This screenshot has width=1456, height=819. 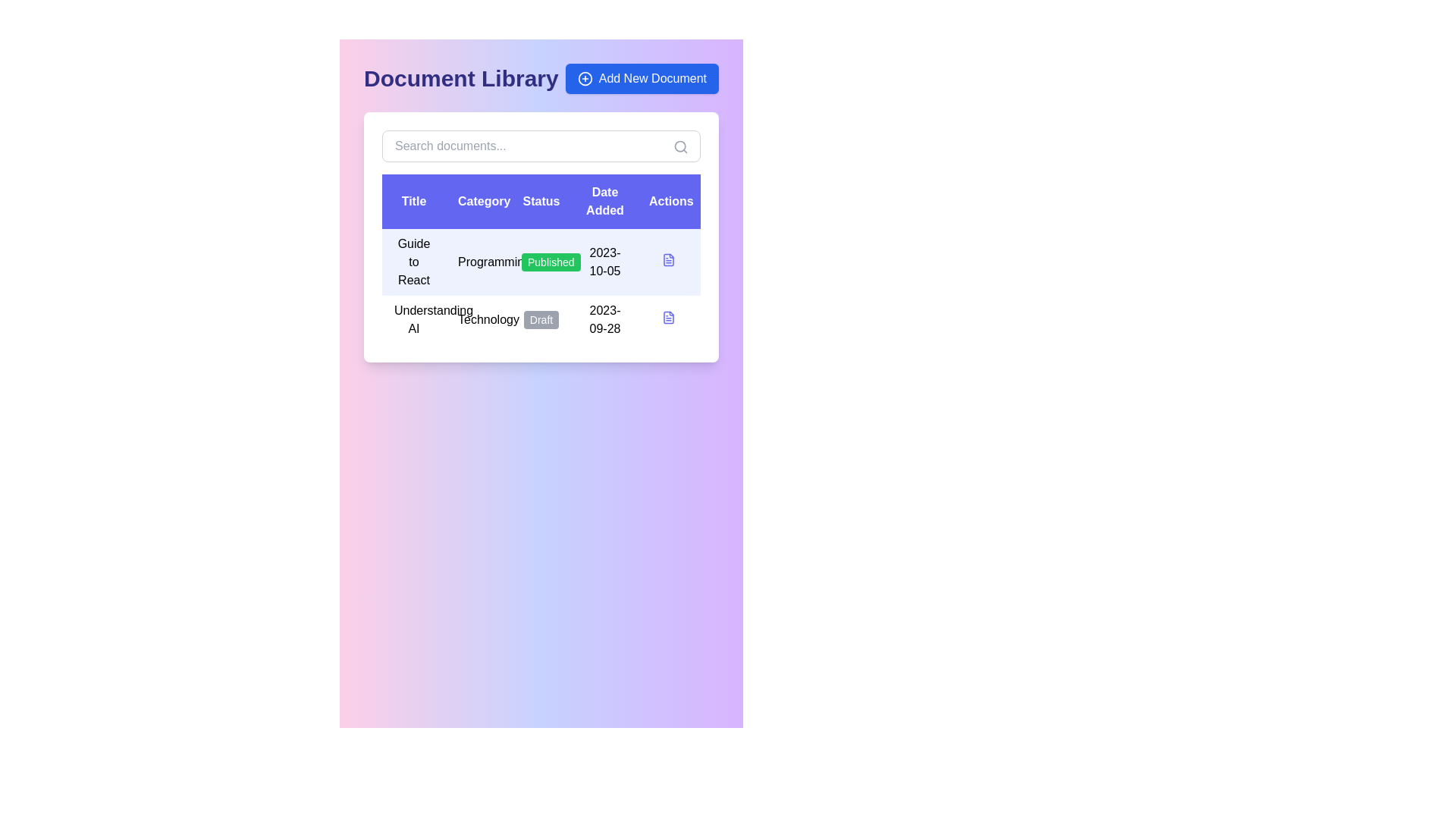 I want to click on the static text displaying the date '2023-09-28' located in the fourth column of the second row under the 'Date Added' header, so click(x=604, y=318).